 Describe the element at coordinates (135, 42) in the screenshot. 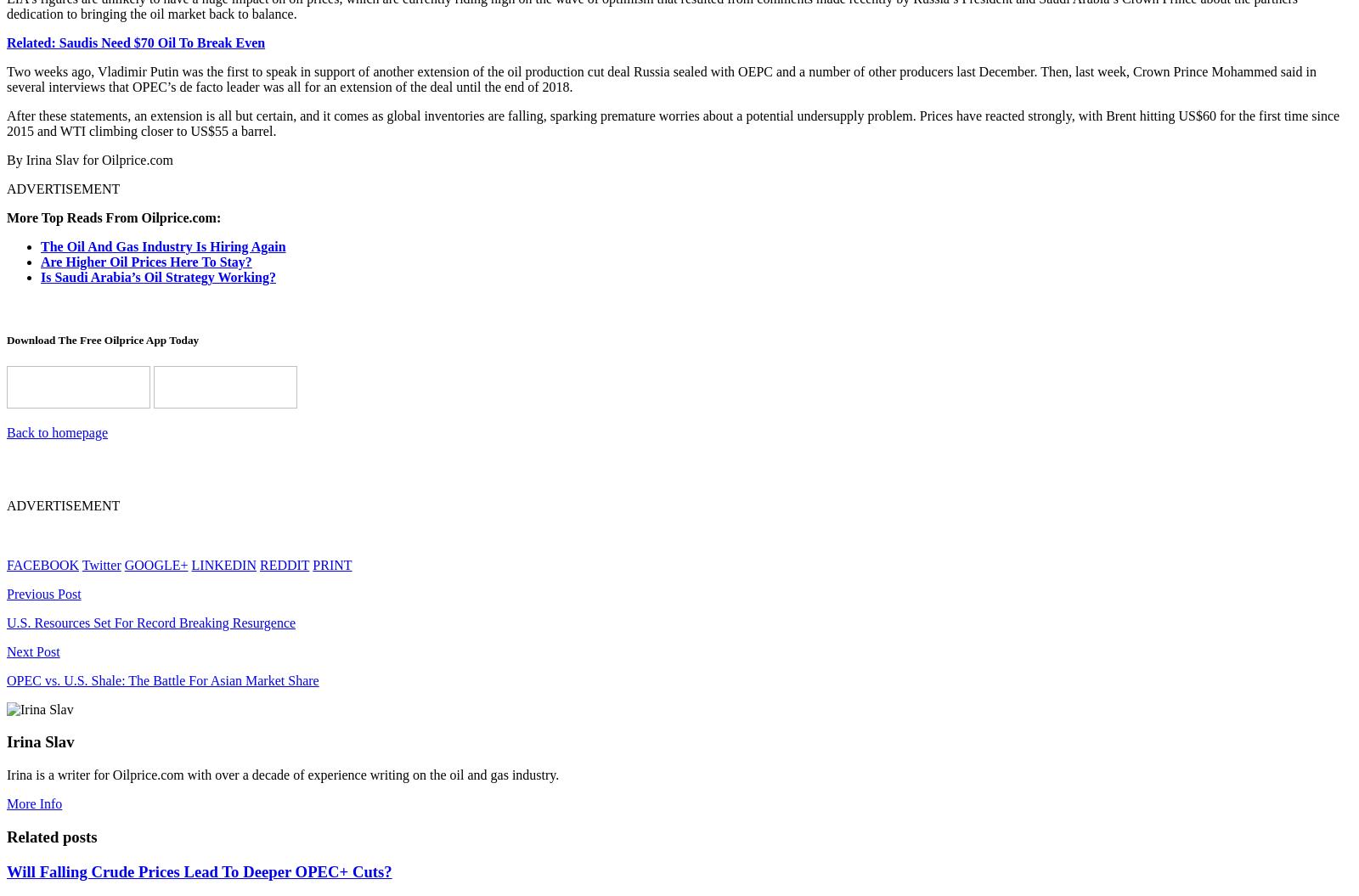

I see `'Related: Saudis Need $70 Oil To Break Even'` at that location.